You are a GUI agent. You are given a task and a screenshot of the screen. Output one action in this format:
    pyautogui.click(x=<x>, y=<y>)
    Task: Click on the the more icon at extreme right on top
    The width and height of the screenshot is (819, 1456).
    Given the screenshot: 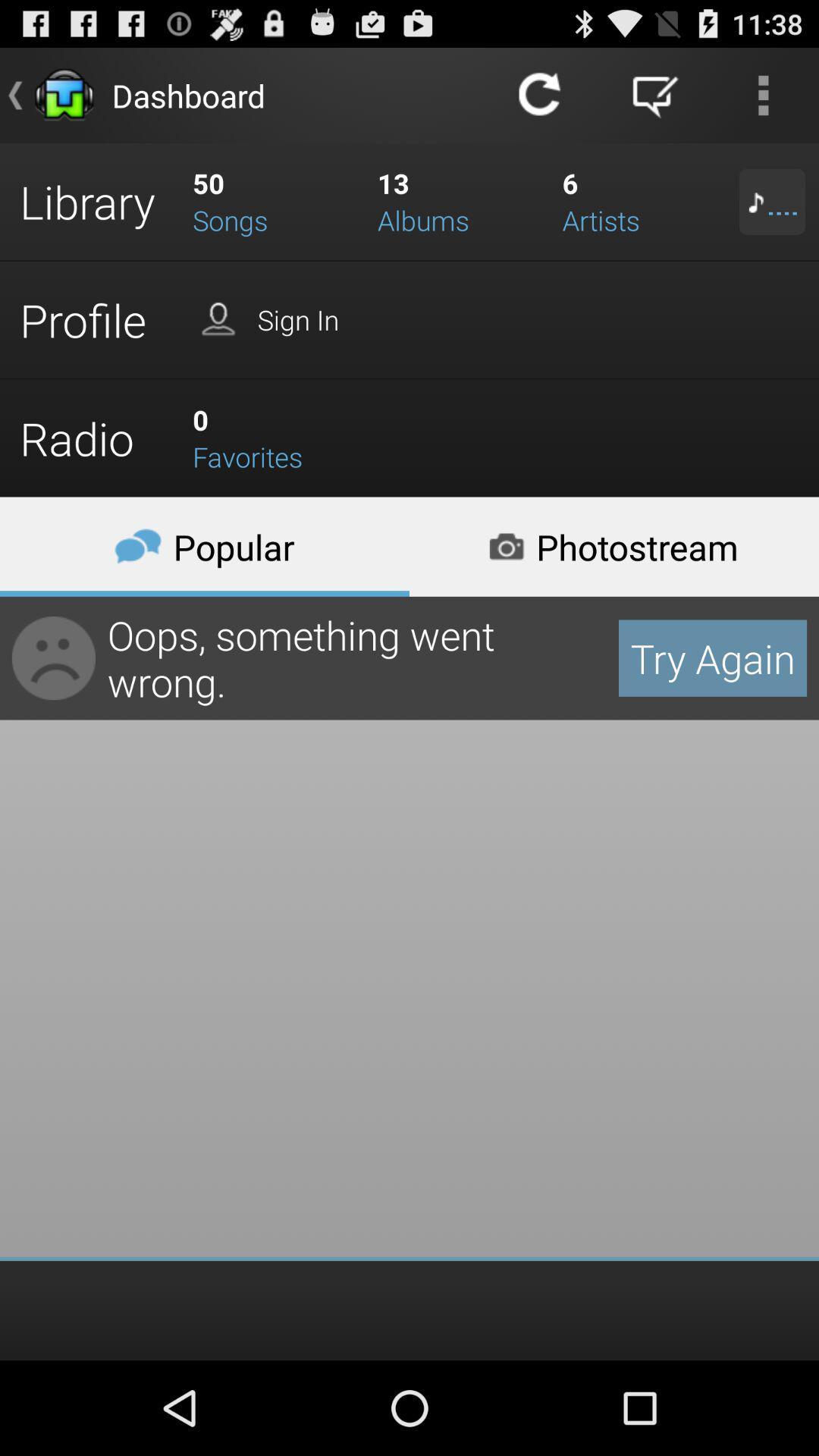 What is the action you would take?
    pyautogui.click(x=763, y=94)
    